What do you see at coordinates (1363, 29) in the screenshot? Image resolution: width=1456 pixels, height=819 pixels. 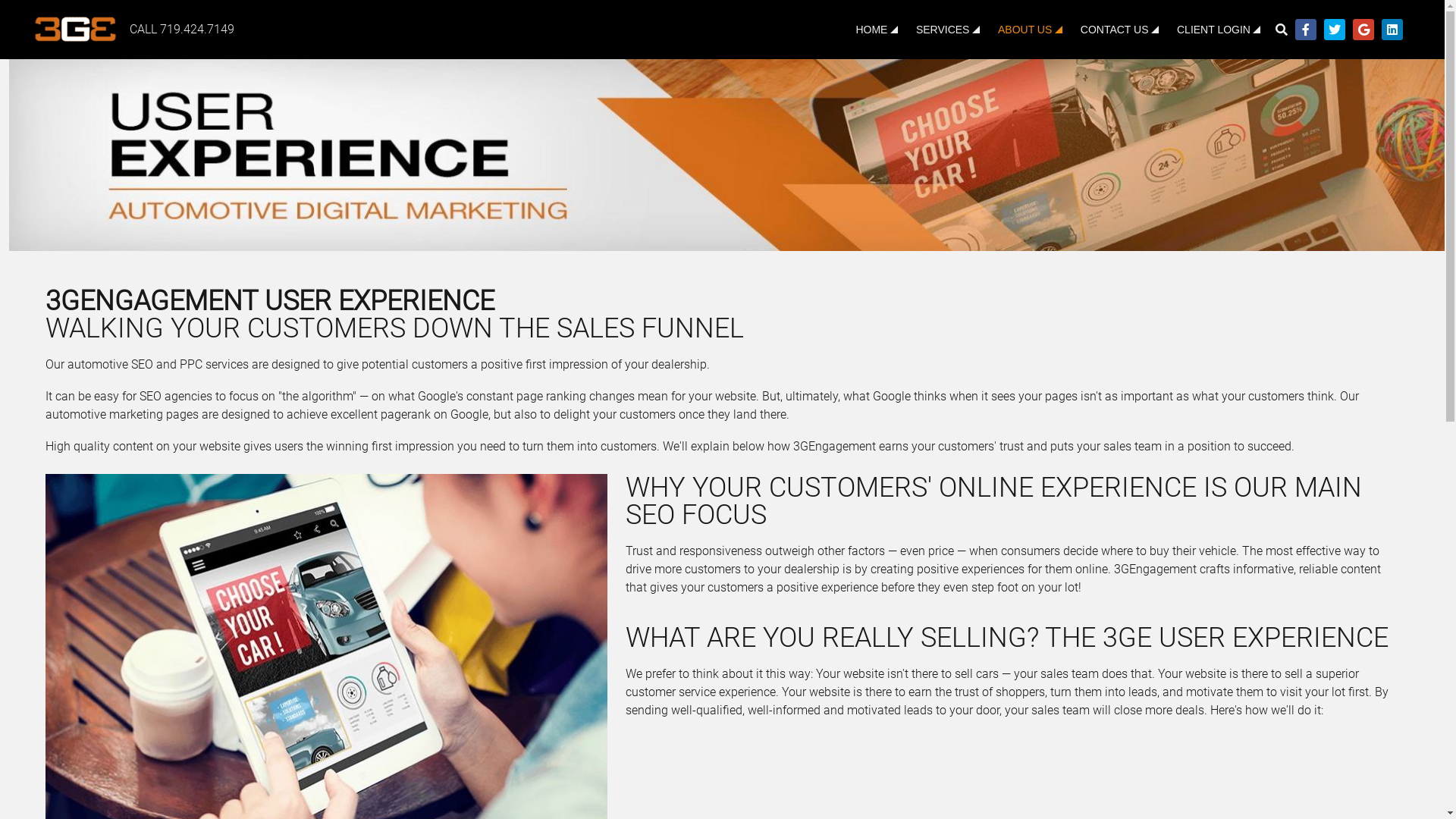 I see `'Google'` at bounding box center [1363, 29].